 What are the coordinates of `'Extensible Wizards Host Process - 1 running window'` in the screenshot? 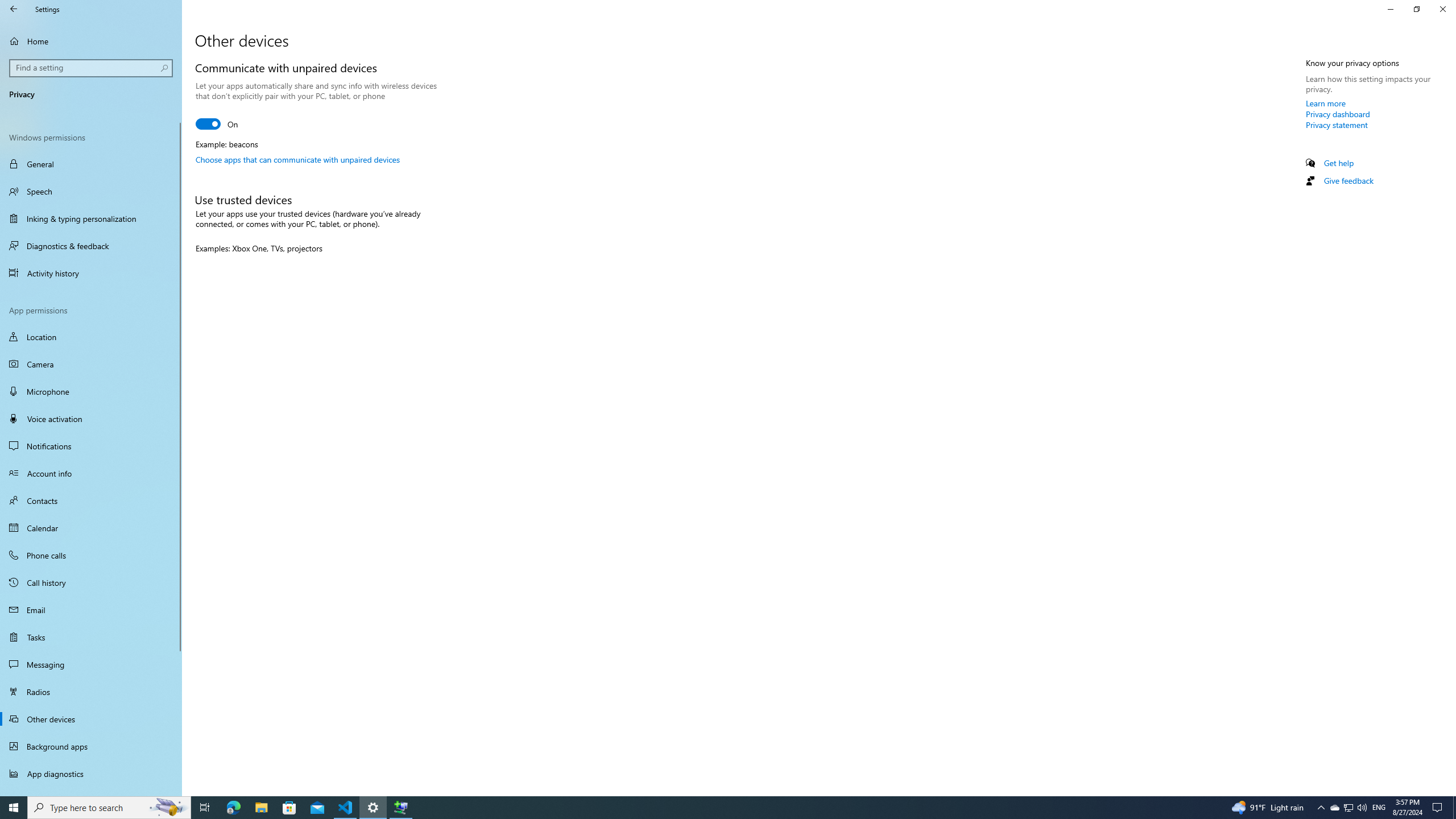 It's located at (401, 806).